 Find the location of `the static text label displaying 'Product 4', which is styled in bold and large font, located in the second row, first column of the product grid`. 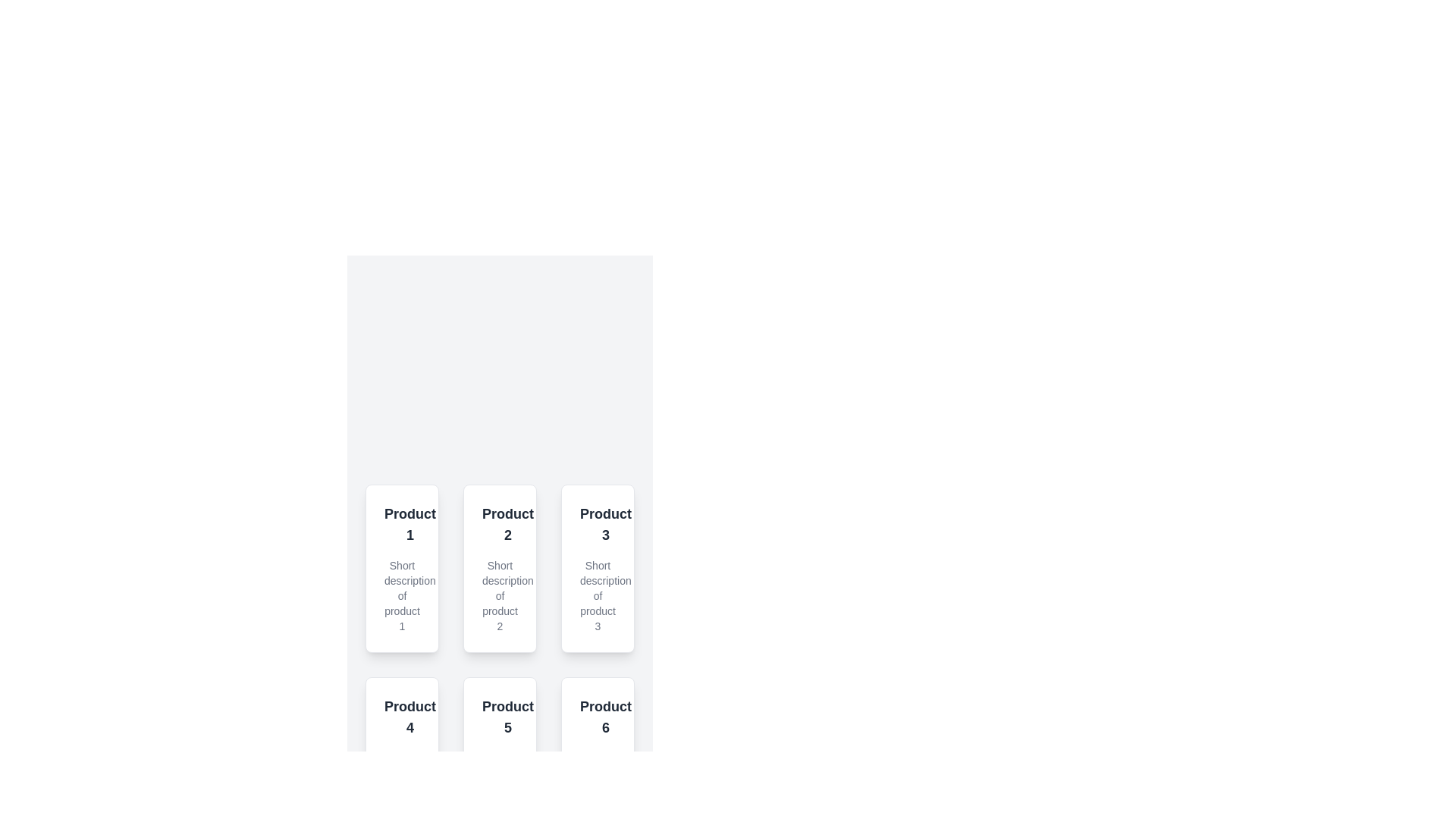

the static text label displaying 'Product 4', which is styled in bold and large font, located in the second row, first column of the product grid is located at coordinates (402, 717).